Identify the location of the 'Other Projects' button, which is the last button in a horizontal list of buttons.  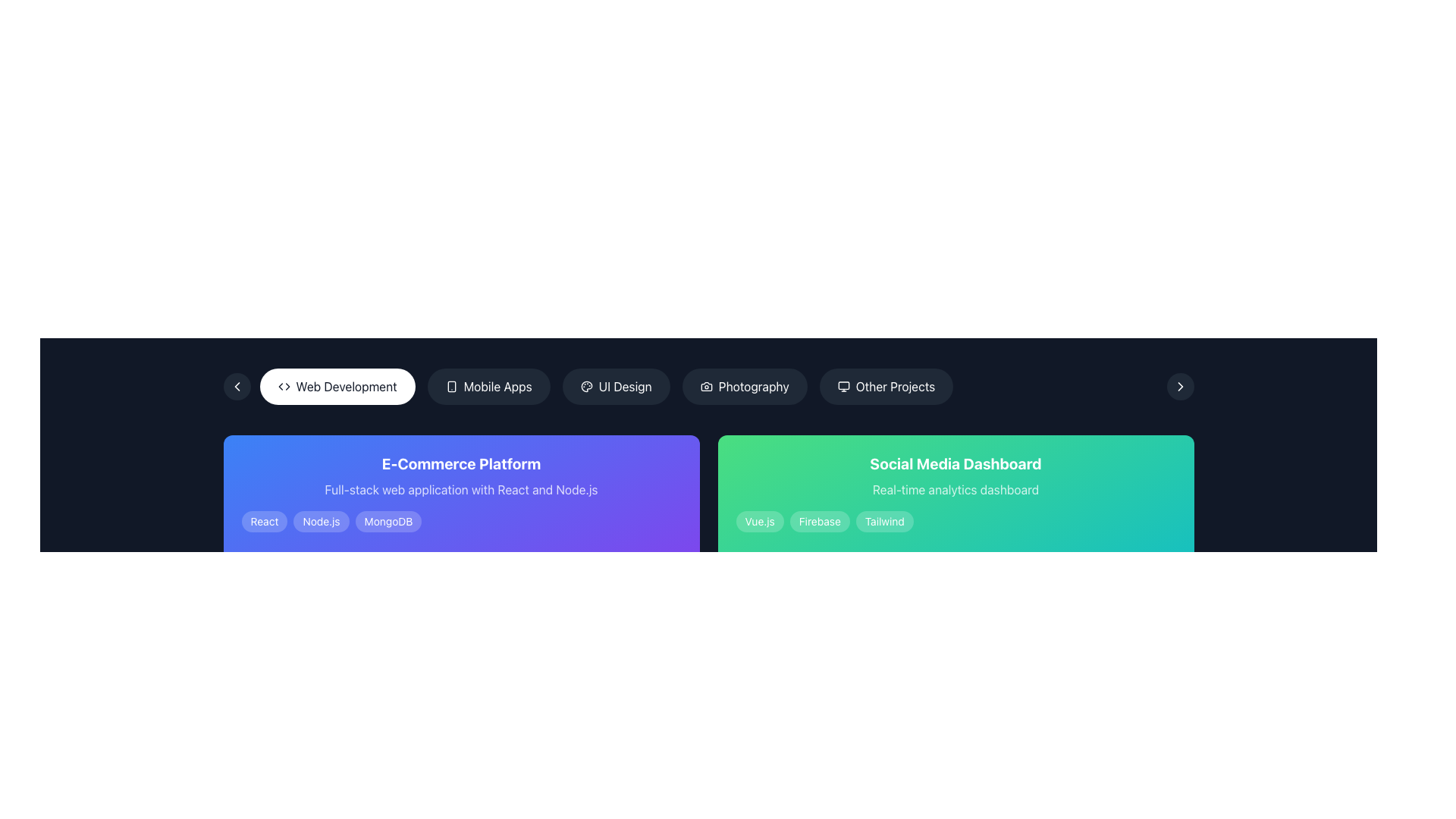
(886, 385).